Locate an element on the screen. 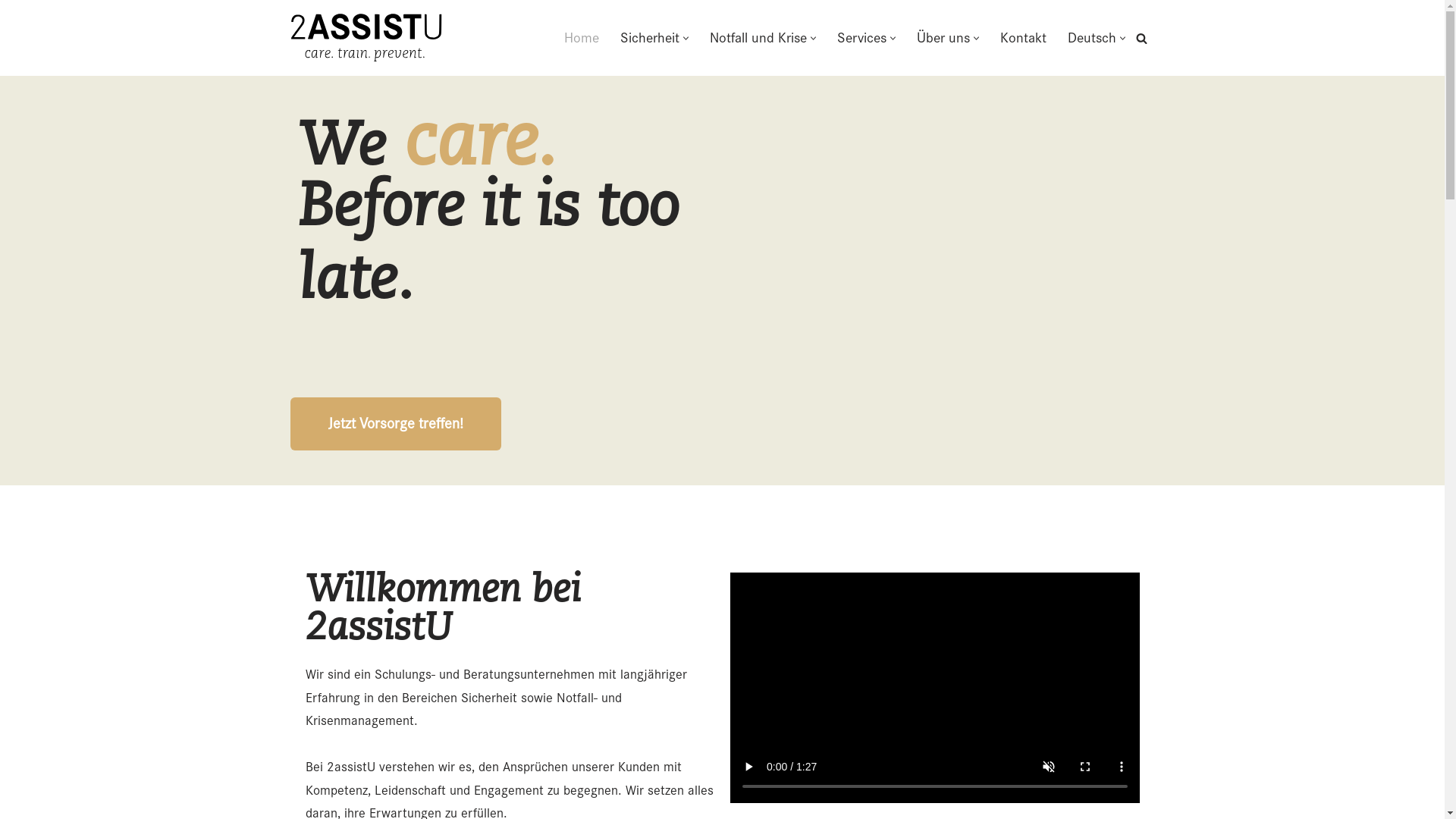  'Notfall und Krise' is located at coordinates (758, 36).